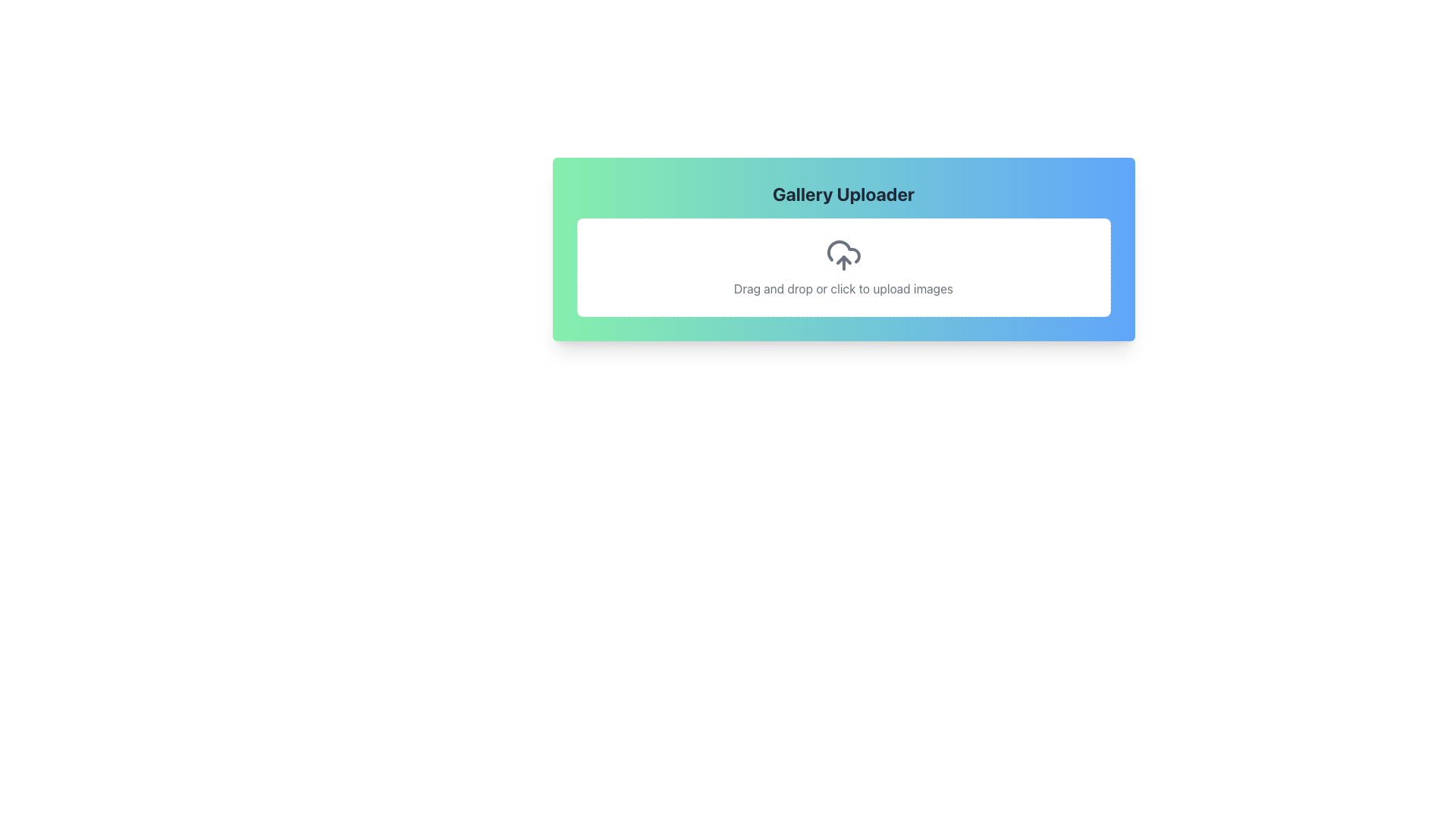 This screenshot has height=819, width=1456. Describe the element at coordinates (843, 259) in the screenshot. I see `the upload icon, which is visually represented by a cloud icon located in the center of the white rectangular area of the 'Gallery Uploader' component` at that location.